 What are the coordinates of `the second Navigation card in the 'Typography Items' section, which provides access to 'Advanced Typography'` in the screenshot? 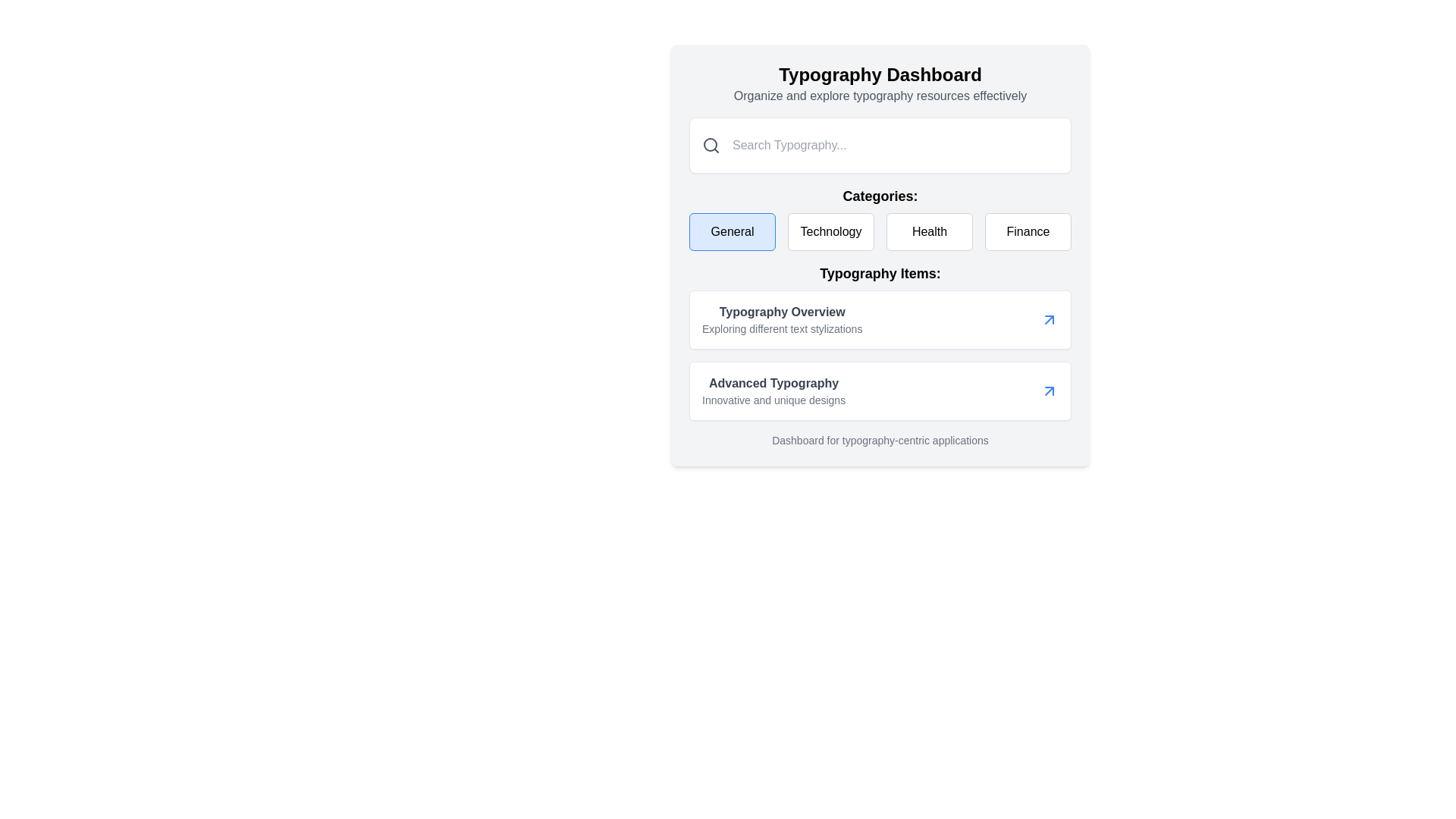 It's located at (880, 391).